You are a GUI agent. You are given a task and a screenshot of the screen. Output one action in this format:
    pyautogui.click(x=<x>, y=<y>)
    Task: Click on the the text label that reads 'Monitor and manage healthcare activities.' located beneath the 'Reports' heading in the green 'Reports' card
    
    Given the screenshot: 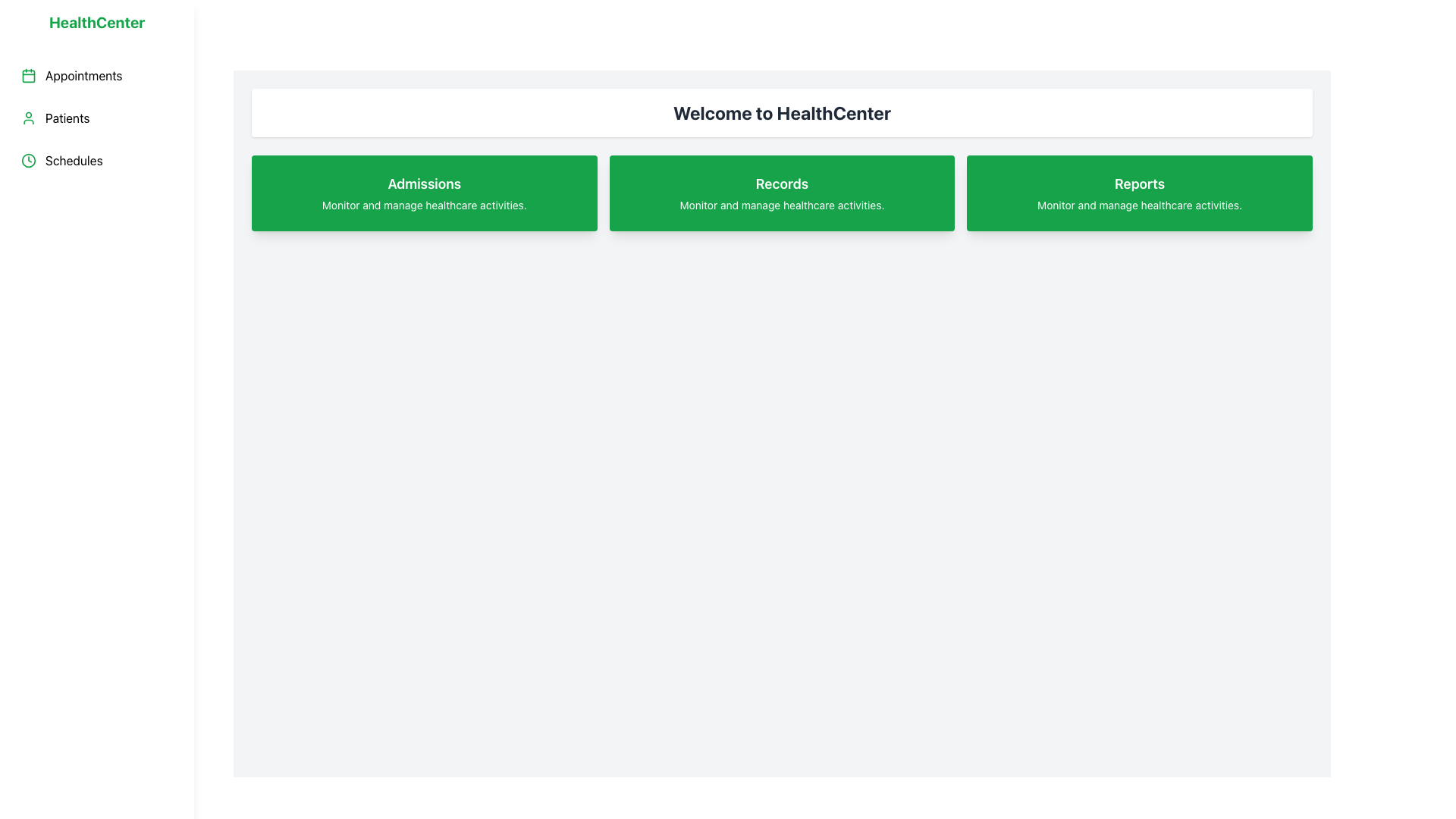 What is the action you would take?
    pyautogui.click(x=1140, y=205)
    